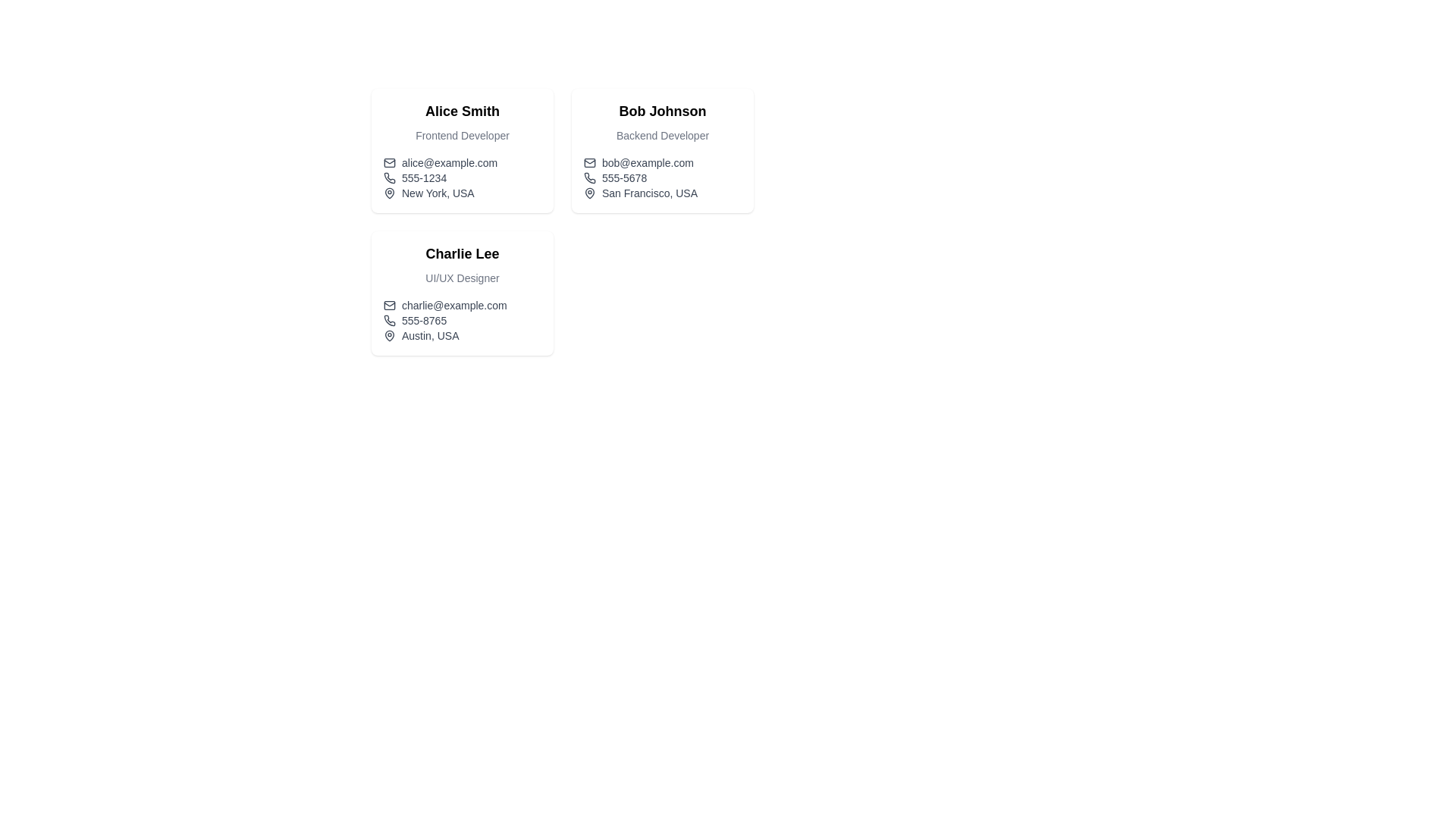 This screenshot has height=819, width=1456. Describe the element at coordinates (437, 192) in the screenshot. I see `the text label displaying 'New York, USA' which is located beneath the phone number entry in Alice Smith's contact information card` at that location.